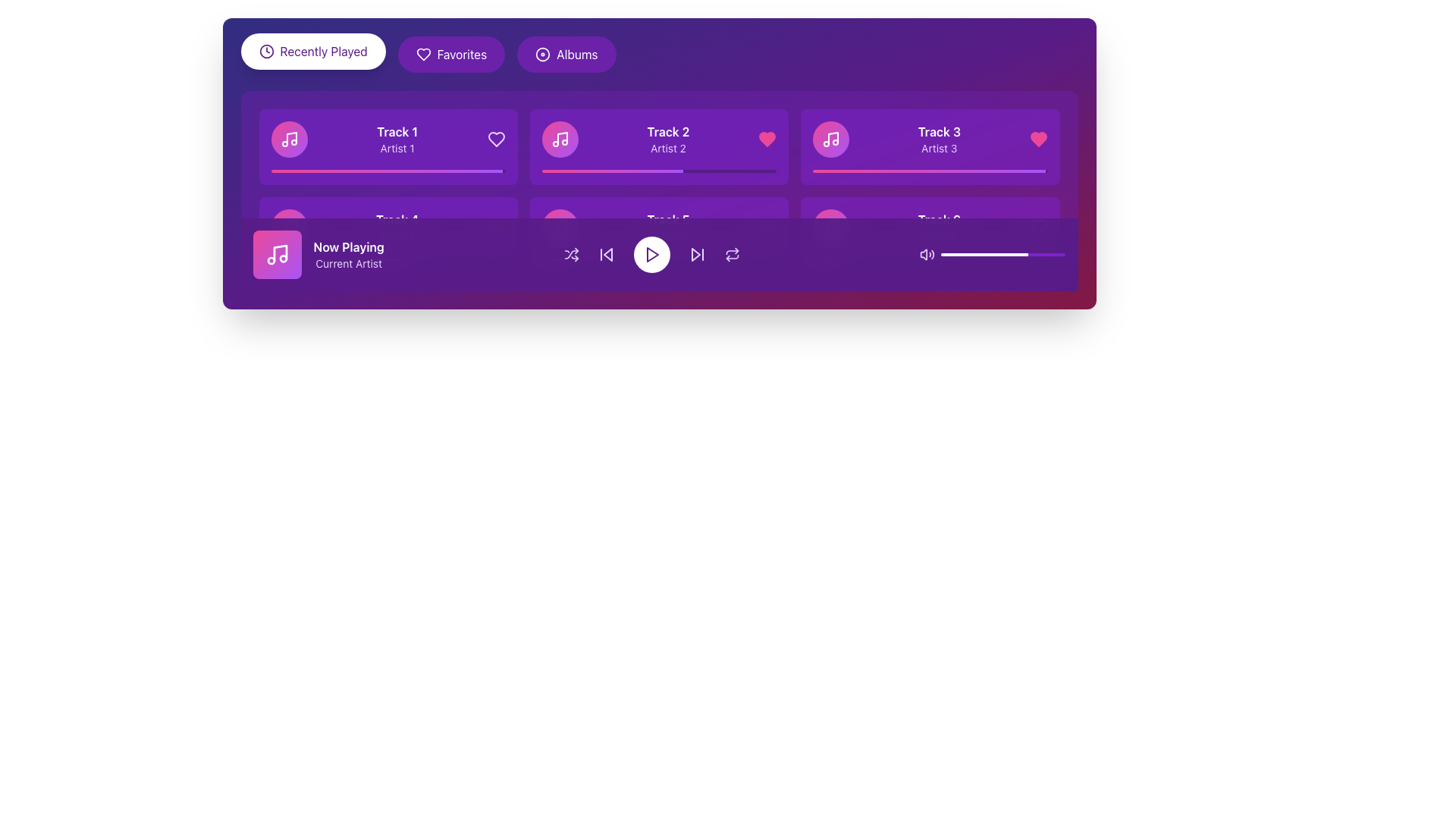  Describe the element at coordinates (450, 54) in the screenshot. I see `the rounded purple 'Favorites' button with white text and a heart icon` at that location.